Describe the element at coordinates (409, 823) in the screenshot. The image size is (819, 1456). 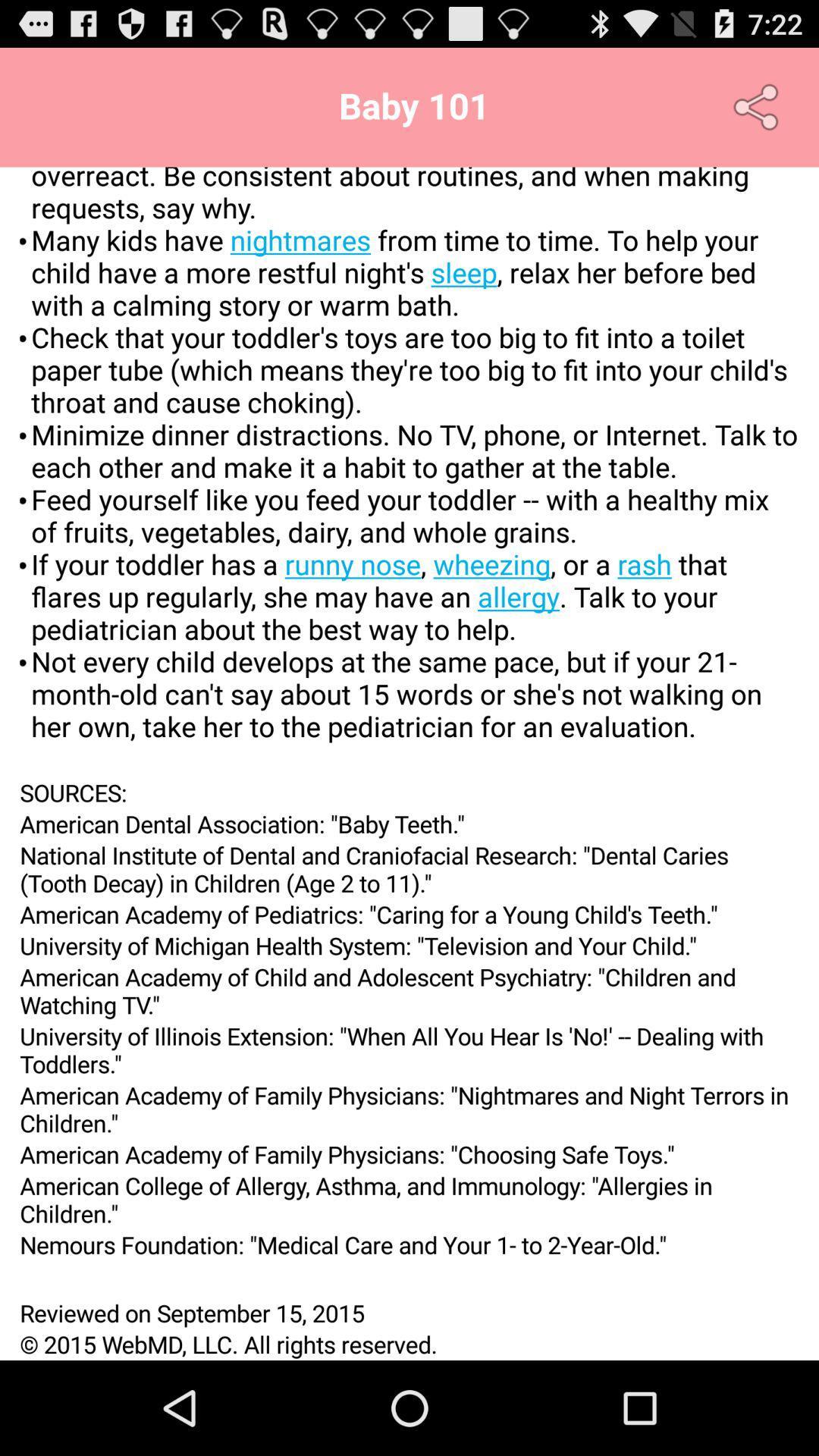
I see `icon above national institute of` at that location.